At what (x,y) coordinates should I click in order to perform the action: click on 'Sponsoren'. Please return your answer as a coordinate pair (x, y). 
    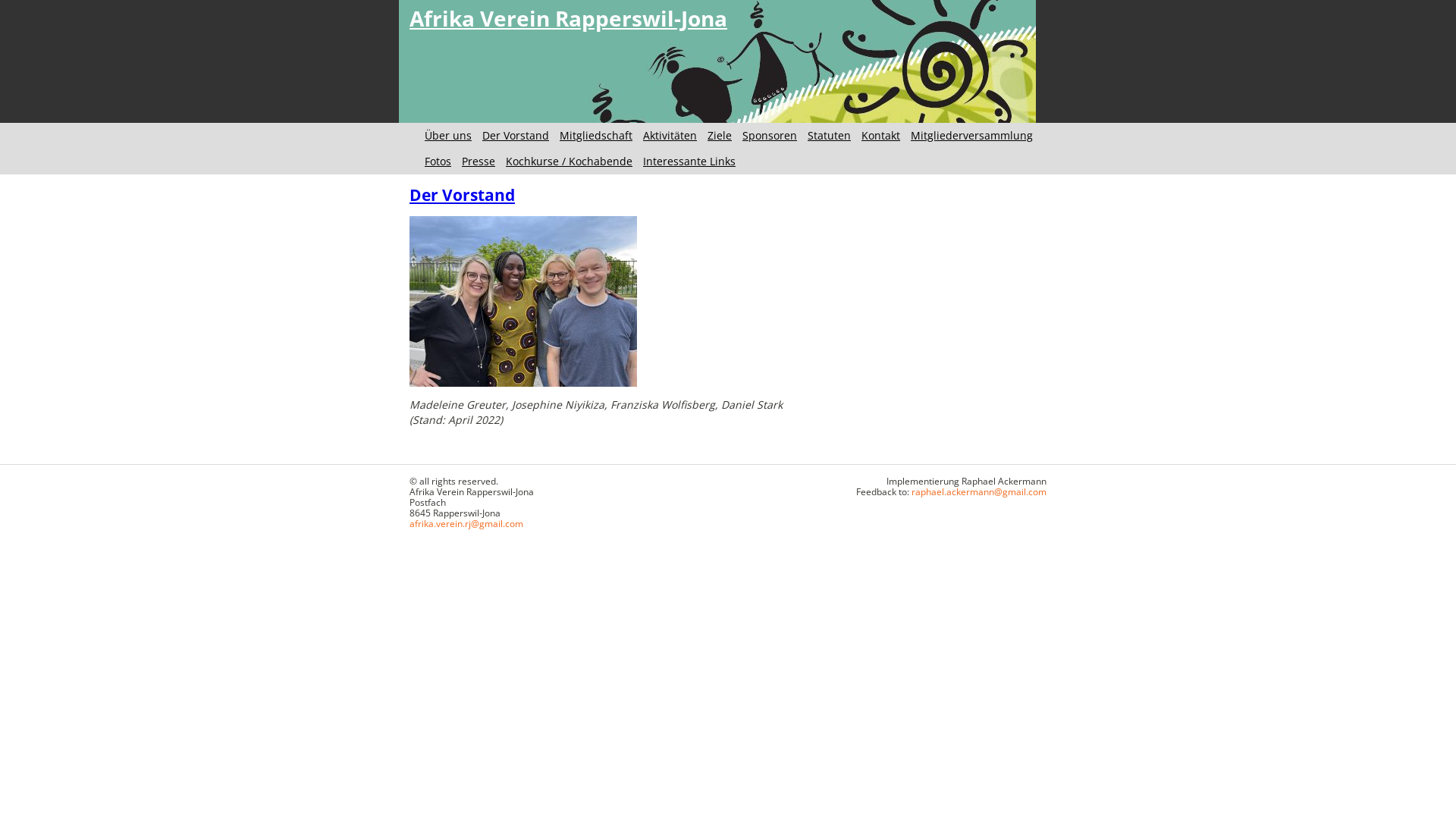
    Looking at the image, I should click on (769, 134).